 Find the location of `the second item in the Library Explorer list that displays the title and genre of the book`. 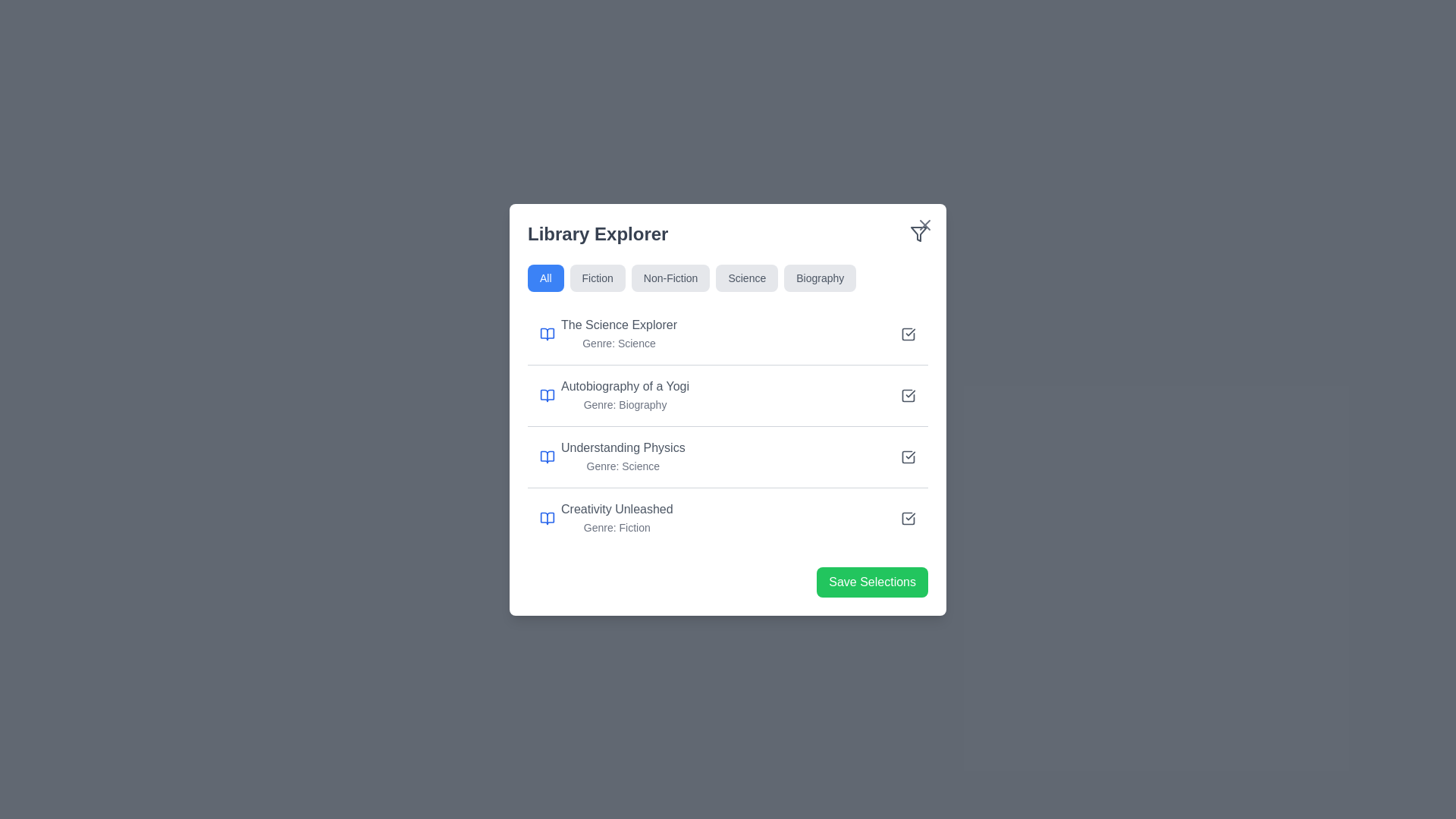

the second item in the Library Explorer list that displays the title and genre of the book is located at coordinates (614, 394).